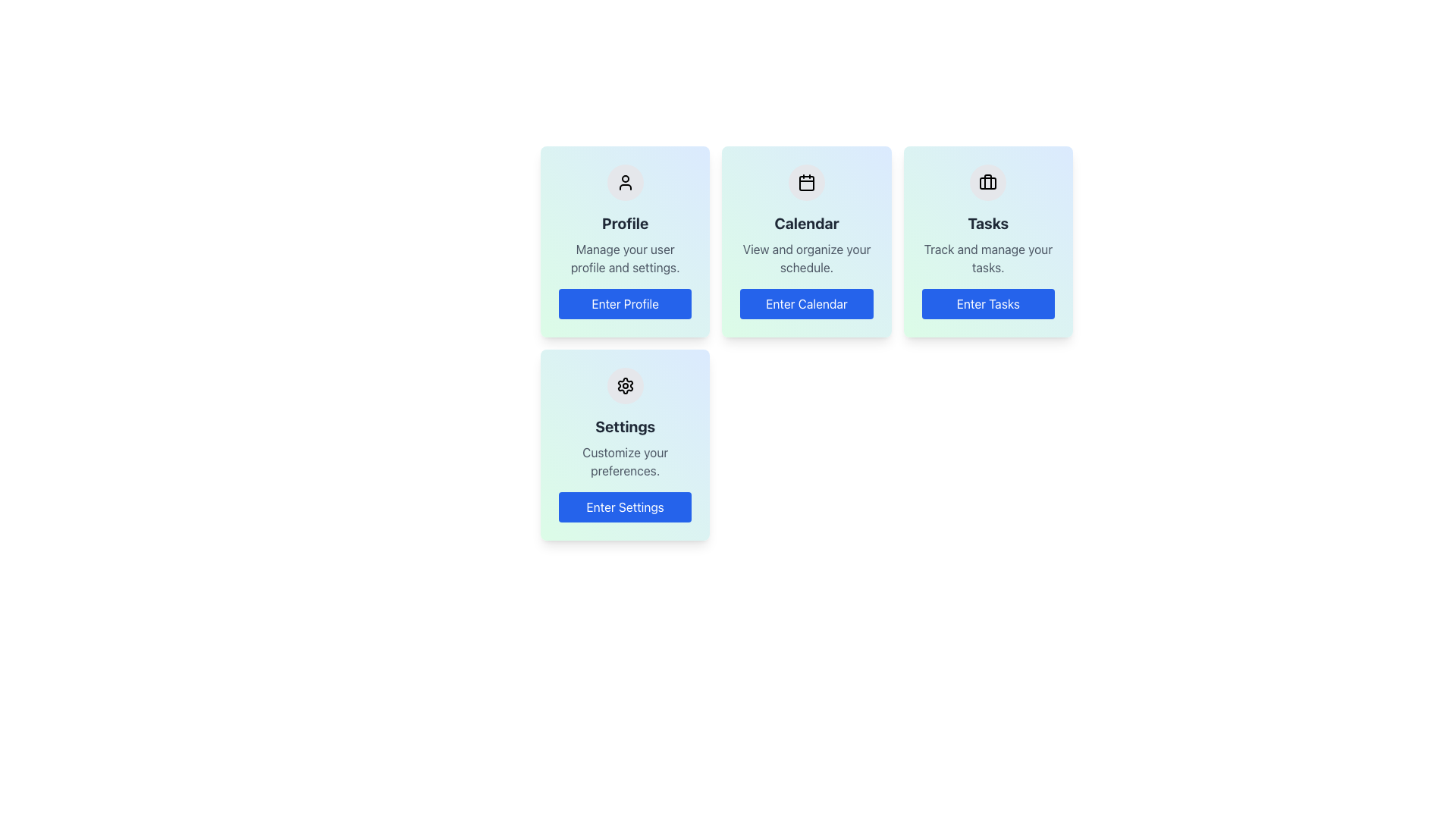  I want to click on the calendar button located in the lower section of the 'Calendar' card, so click(806, 304).